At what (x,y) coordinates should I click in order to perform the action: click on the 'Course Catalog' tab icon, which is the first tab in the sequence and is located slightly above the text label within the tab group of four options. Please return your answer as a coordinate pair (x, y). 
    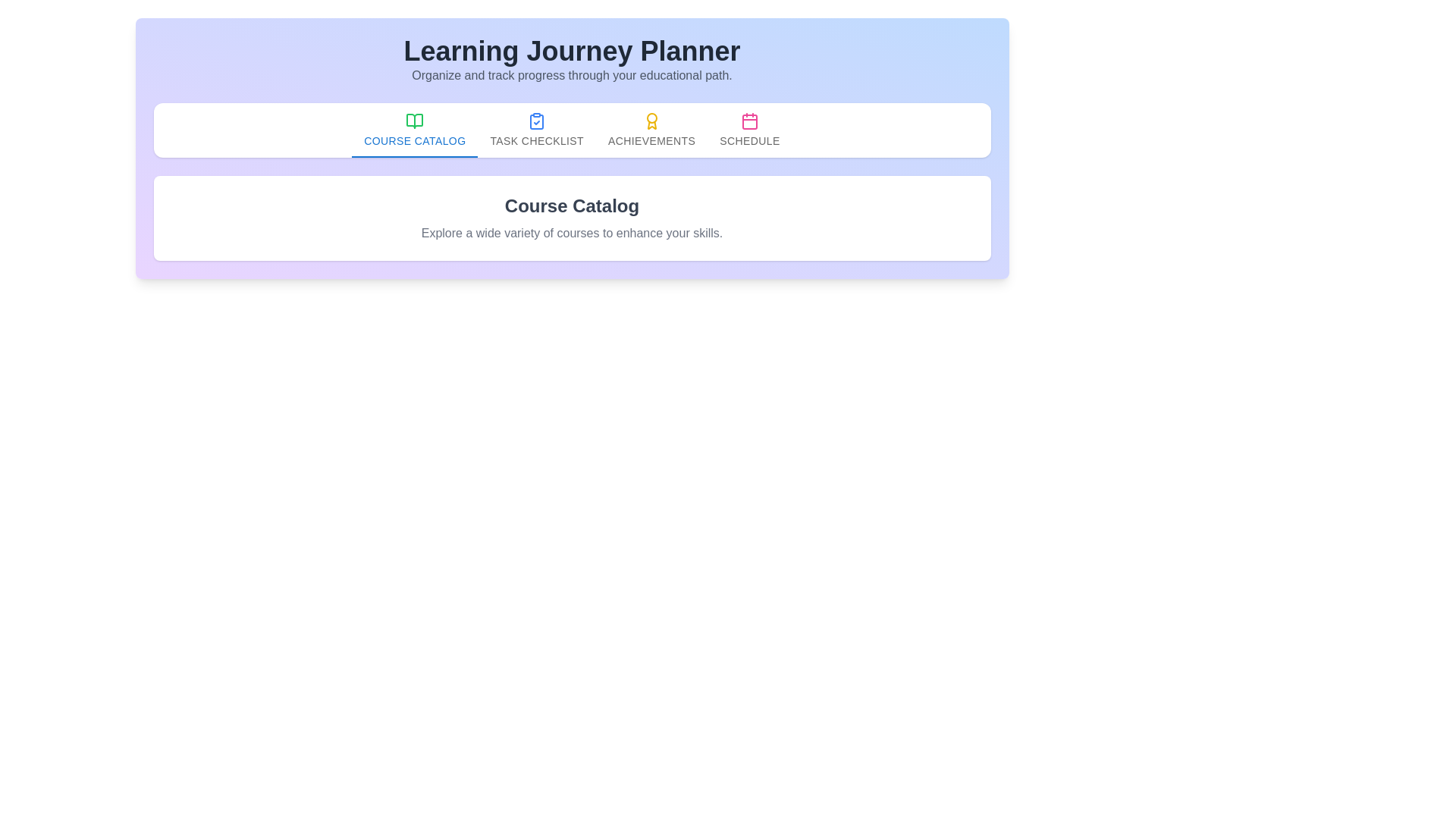
    Looking at the image, I should click on (415, 121).